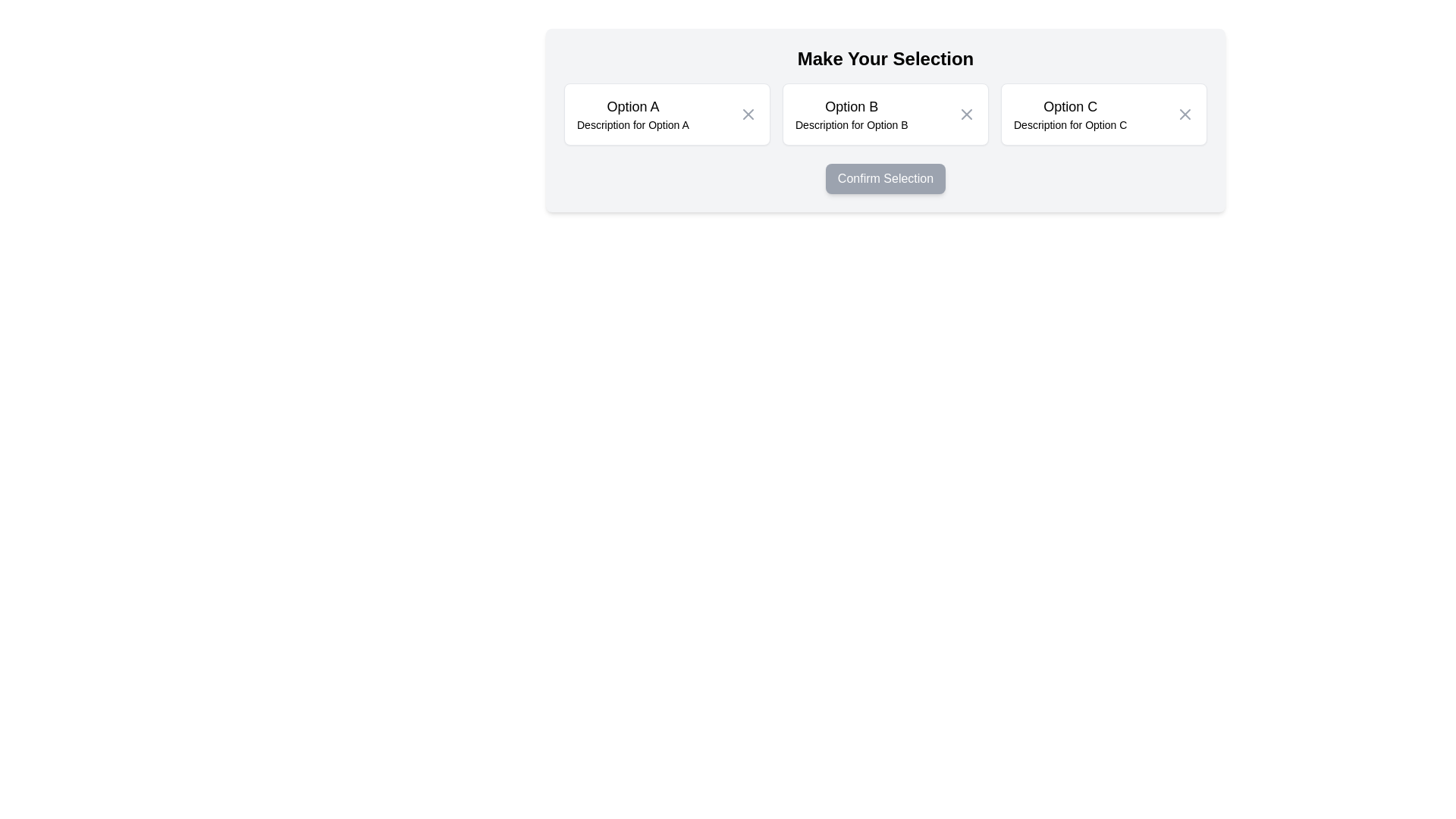  Describe the element at coordinates (966, 113) in the screenshot. I see `the Close button, represented by an 'X' shape, located in the top-right corner of 'Option B', to deselect or close the option` at that location.